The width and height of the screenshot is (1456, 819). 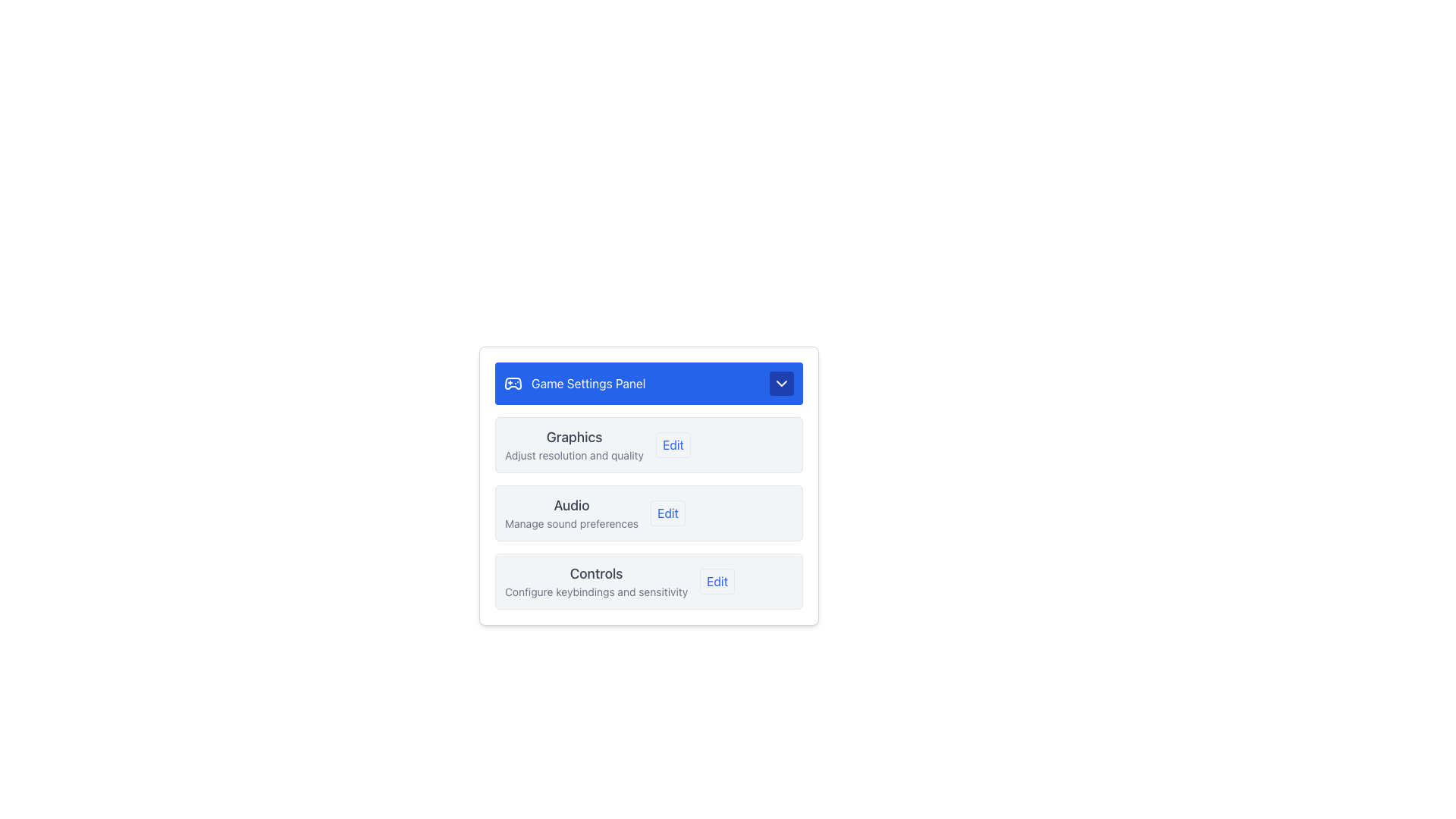 I want to click on the 'Audio' settings text label, which helps identify the section's content within the settings panel, so click(x=570, y=506).